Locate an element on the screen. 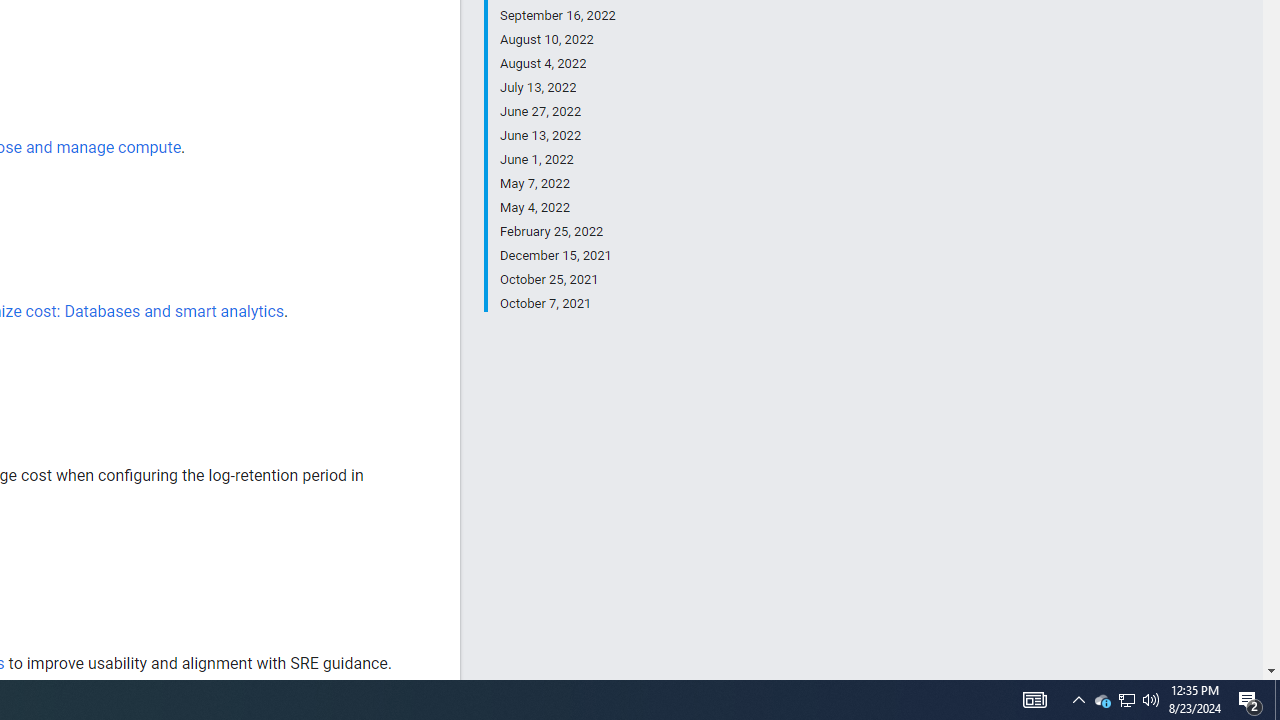  'October 7, 2021' is located at coordinates (557, 302).